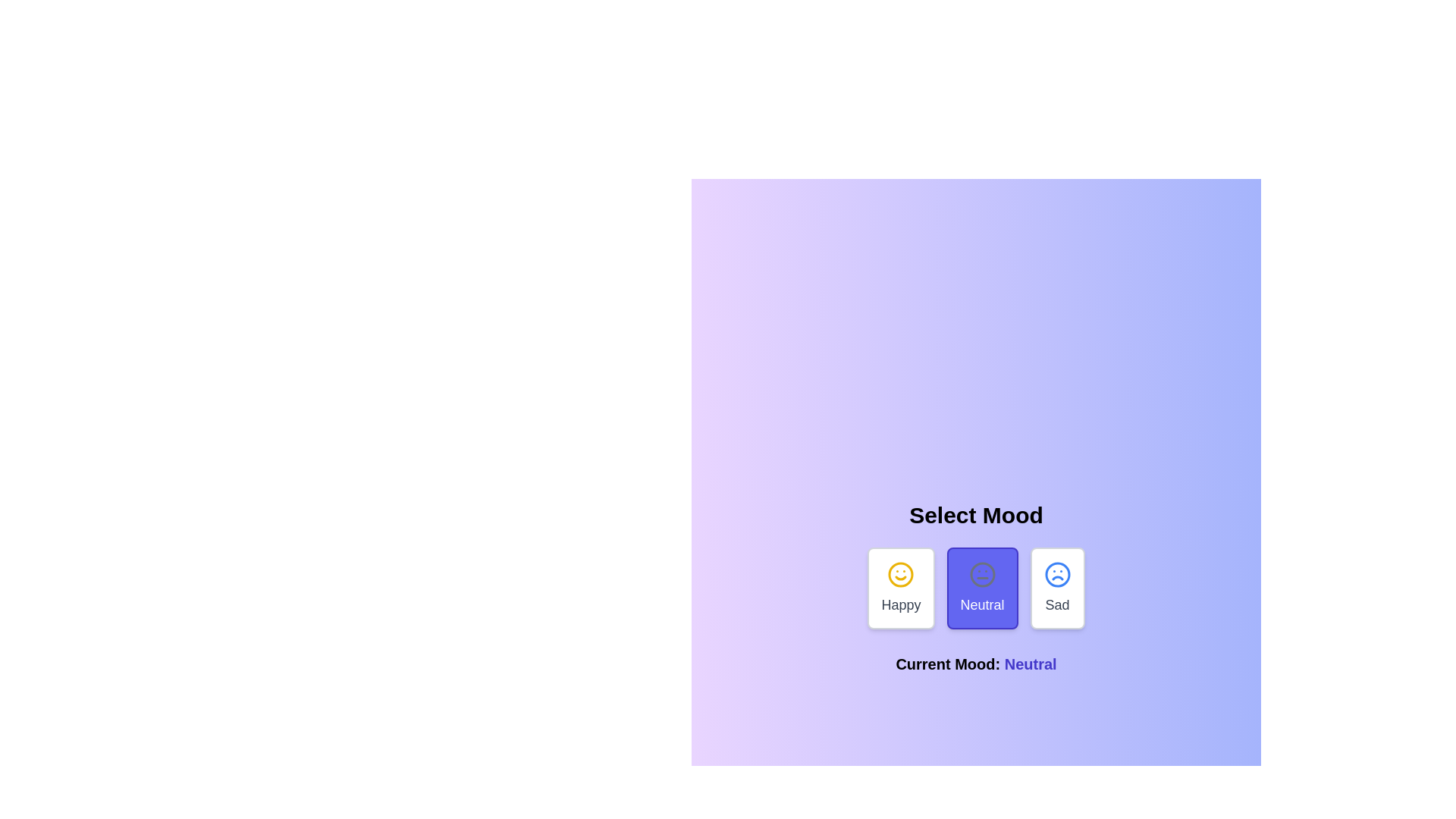  I want to click on the mood option Neutral to see its hover effect, so click(982, 587).